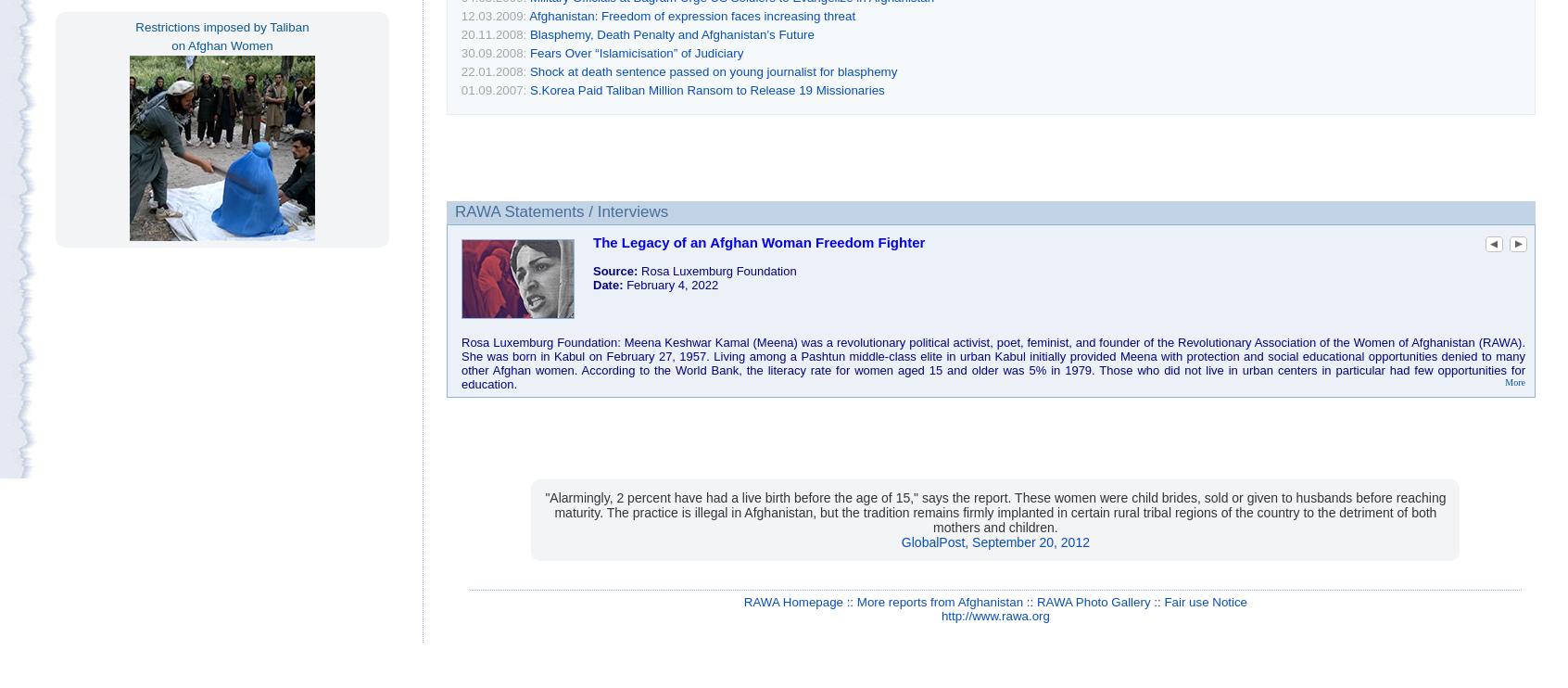 This screenshot has height=688, width=1568. Describe the element at coordinates (670, 33) in the screenshot. I see `'Blasphemy, Death Penalty and Afghanistan’s Future'` at that location.